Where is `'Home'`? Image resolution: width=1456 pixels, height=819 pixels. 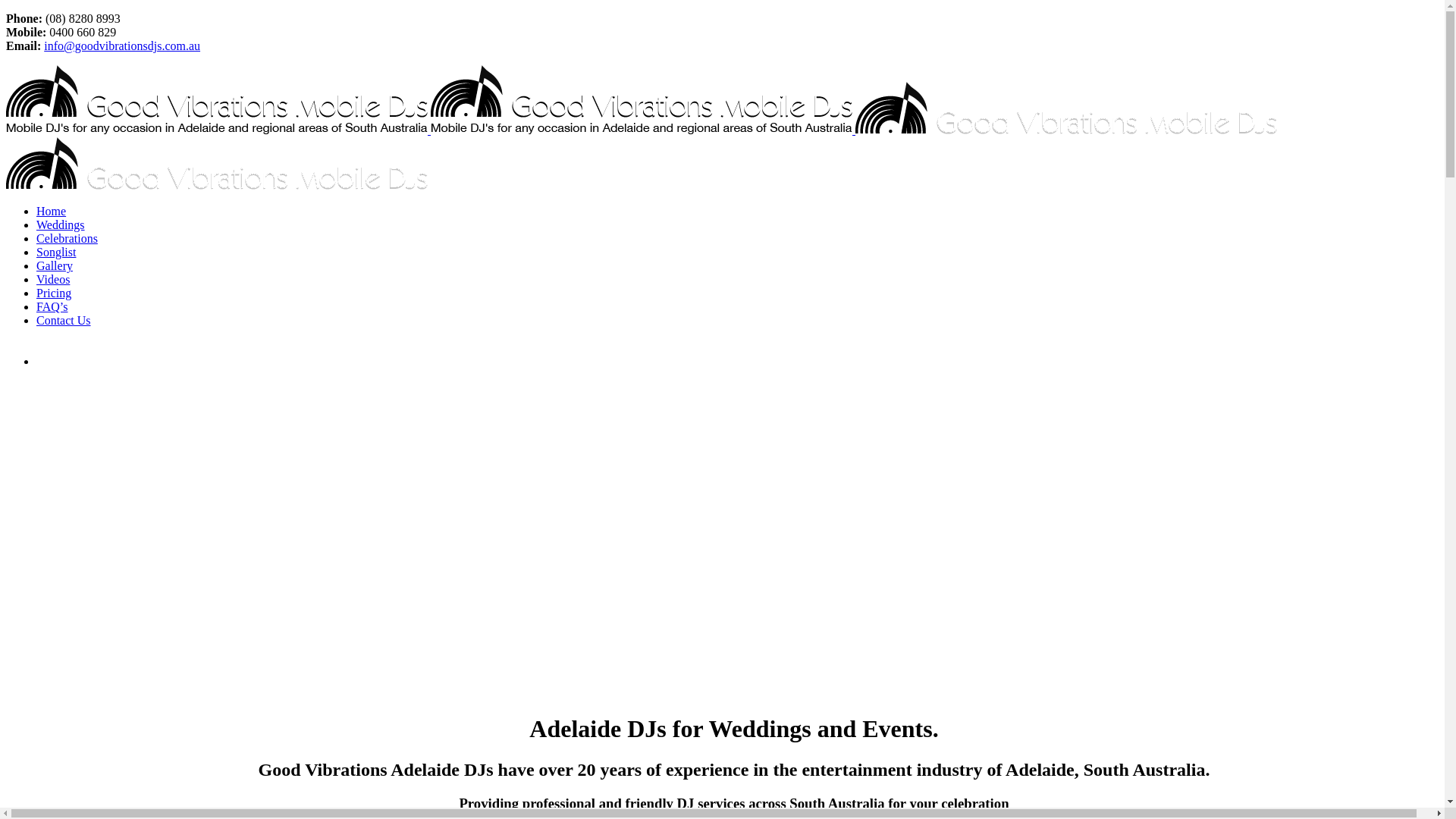 'Home' is located at coordinates (51, 211).